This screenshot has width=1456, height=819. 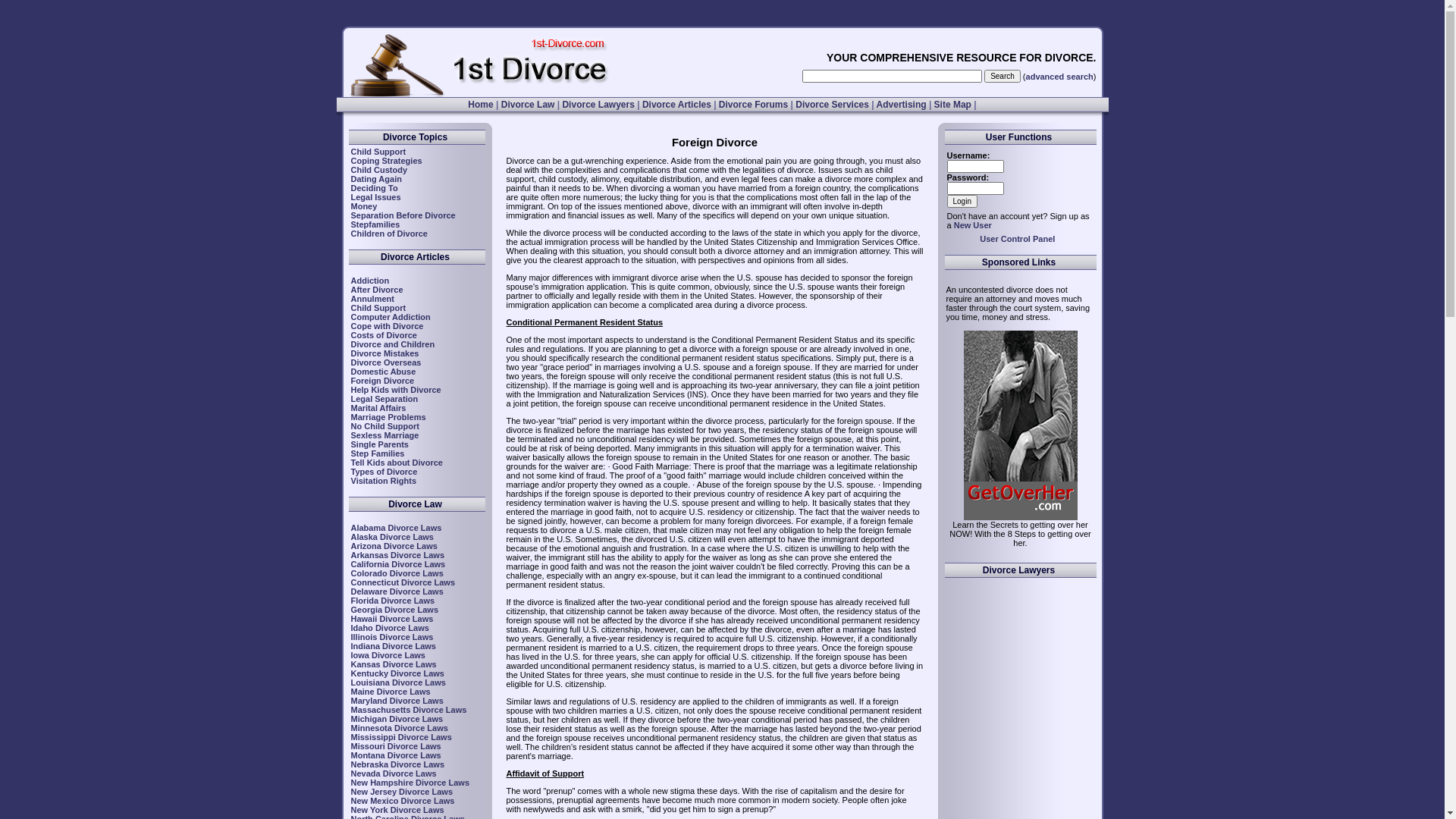 I want to click on 'Colorado Divorce Laws', so click(x=397, y=573).